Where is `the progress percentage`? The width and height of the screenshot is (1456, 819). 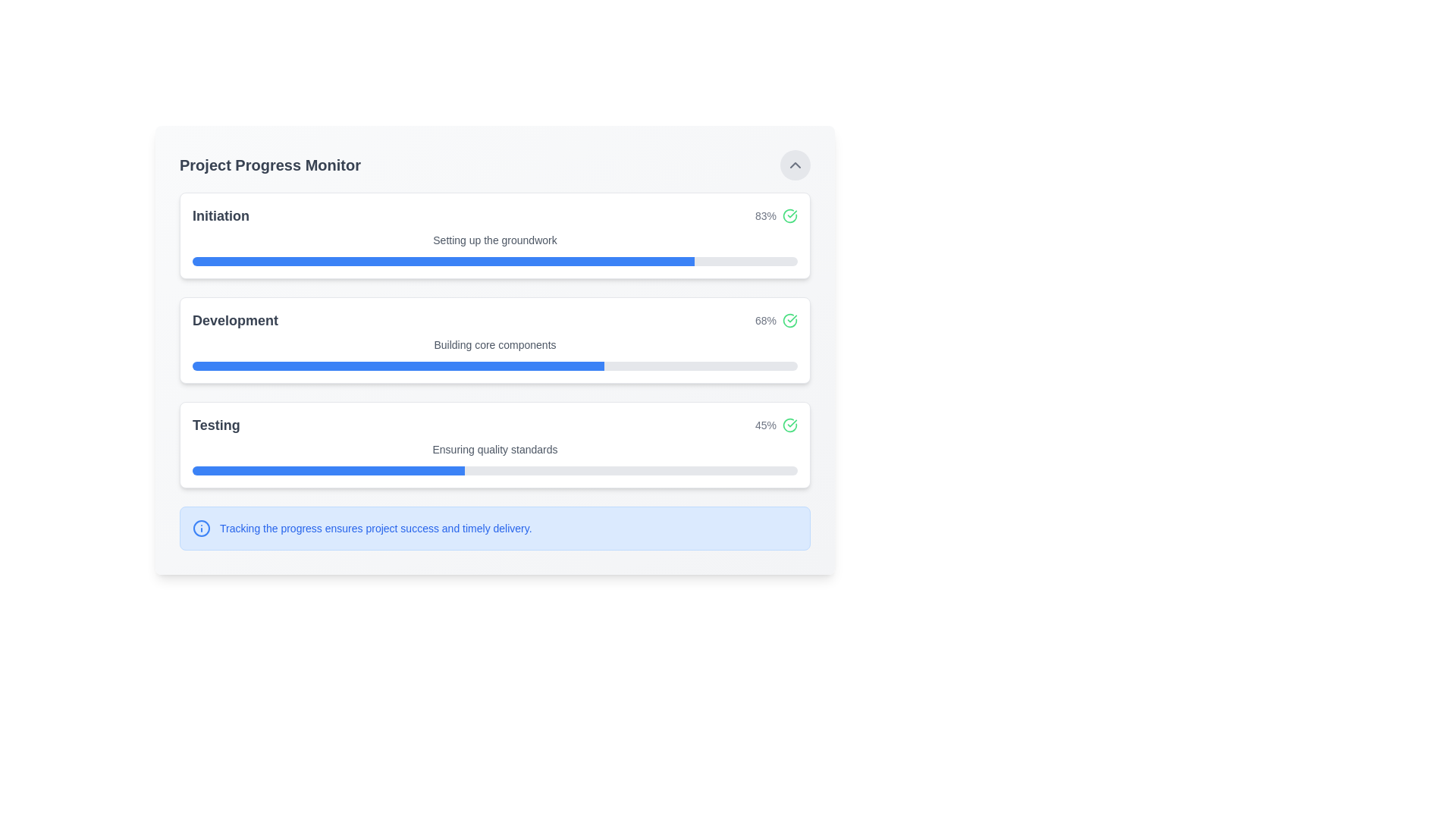
the progress percentage is located at coordinates (586, 366).